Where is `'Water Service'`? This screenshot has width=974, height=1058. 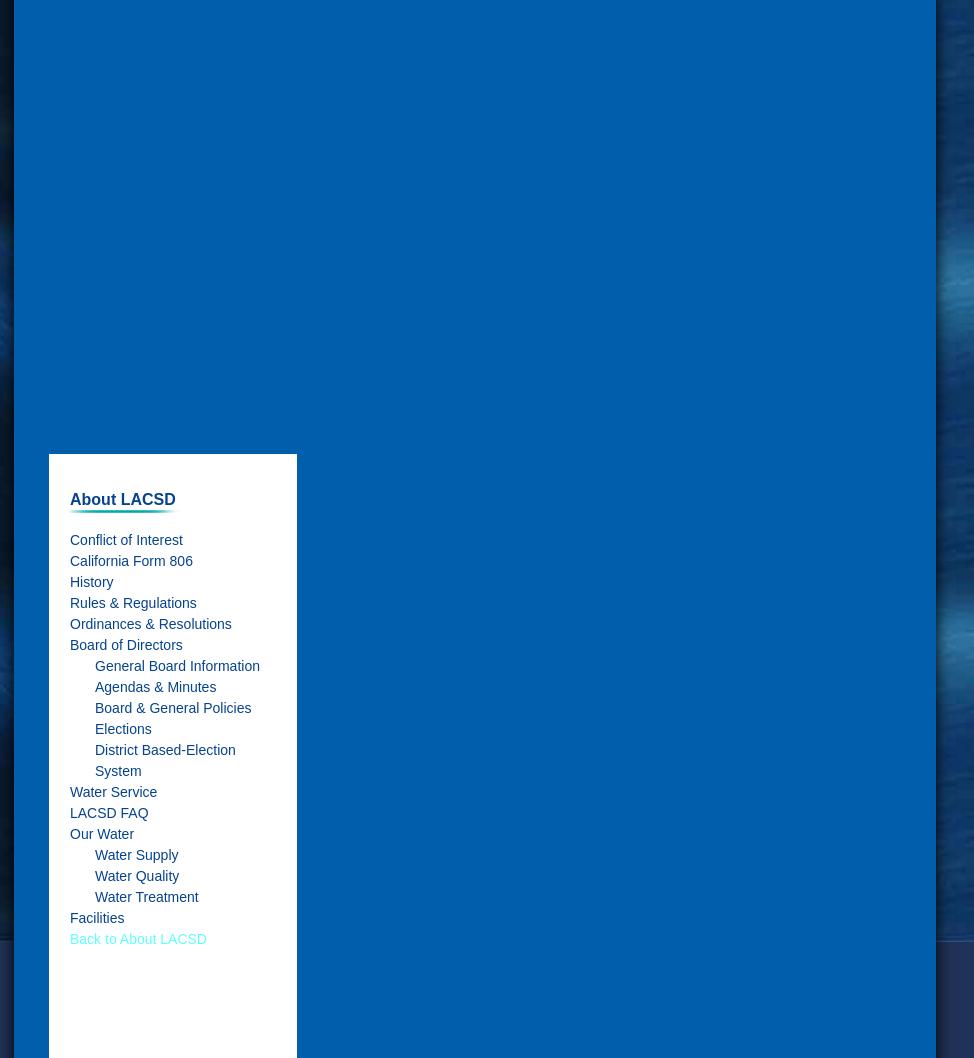
'Water Service' is located at coordinates (112, 790).